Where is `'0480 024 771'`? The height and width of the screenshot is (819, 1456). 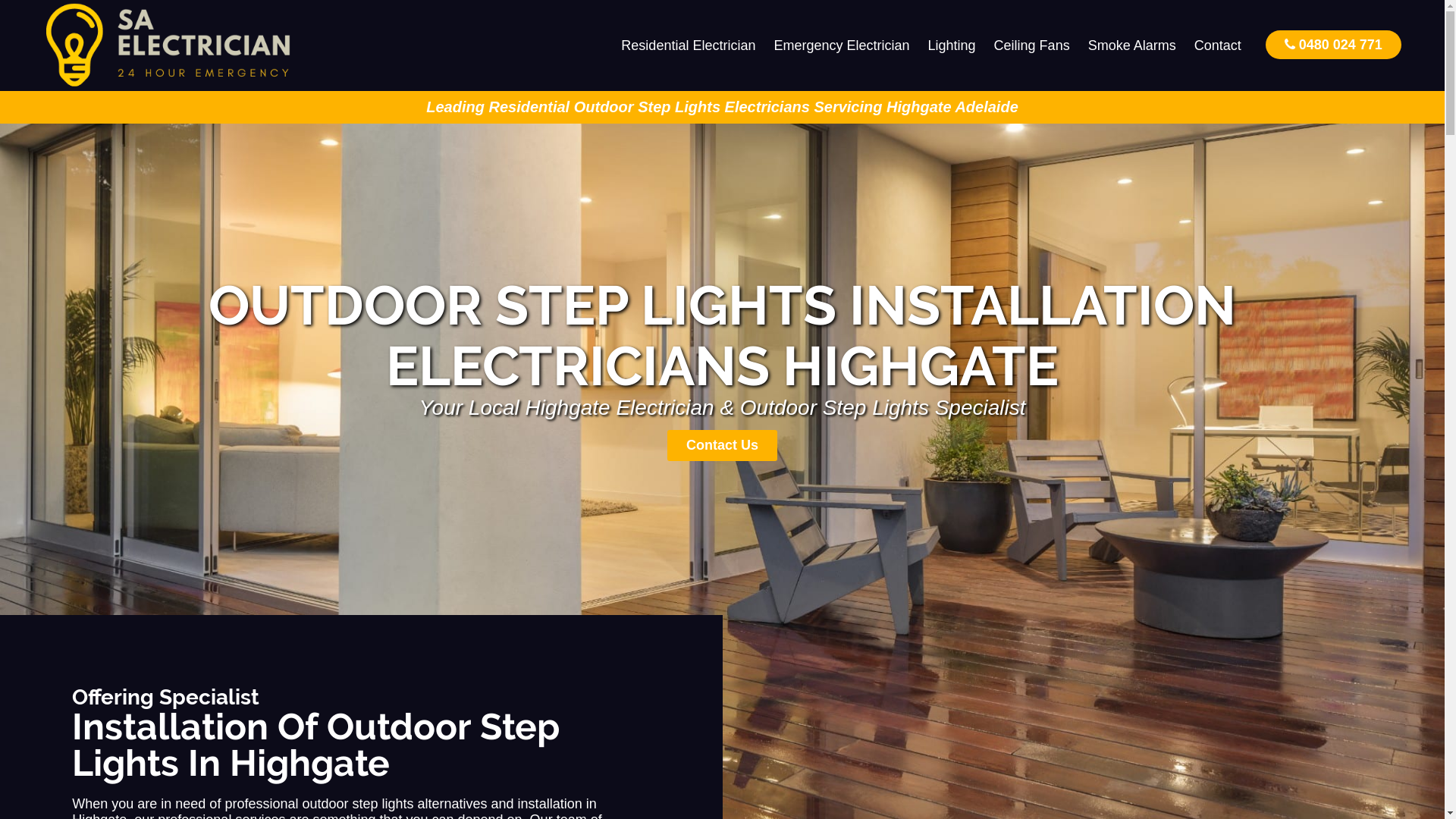 '0480 024 771' is located at coordinates (1266, 43).